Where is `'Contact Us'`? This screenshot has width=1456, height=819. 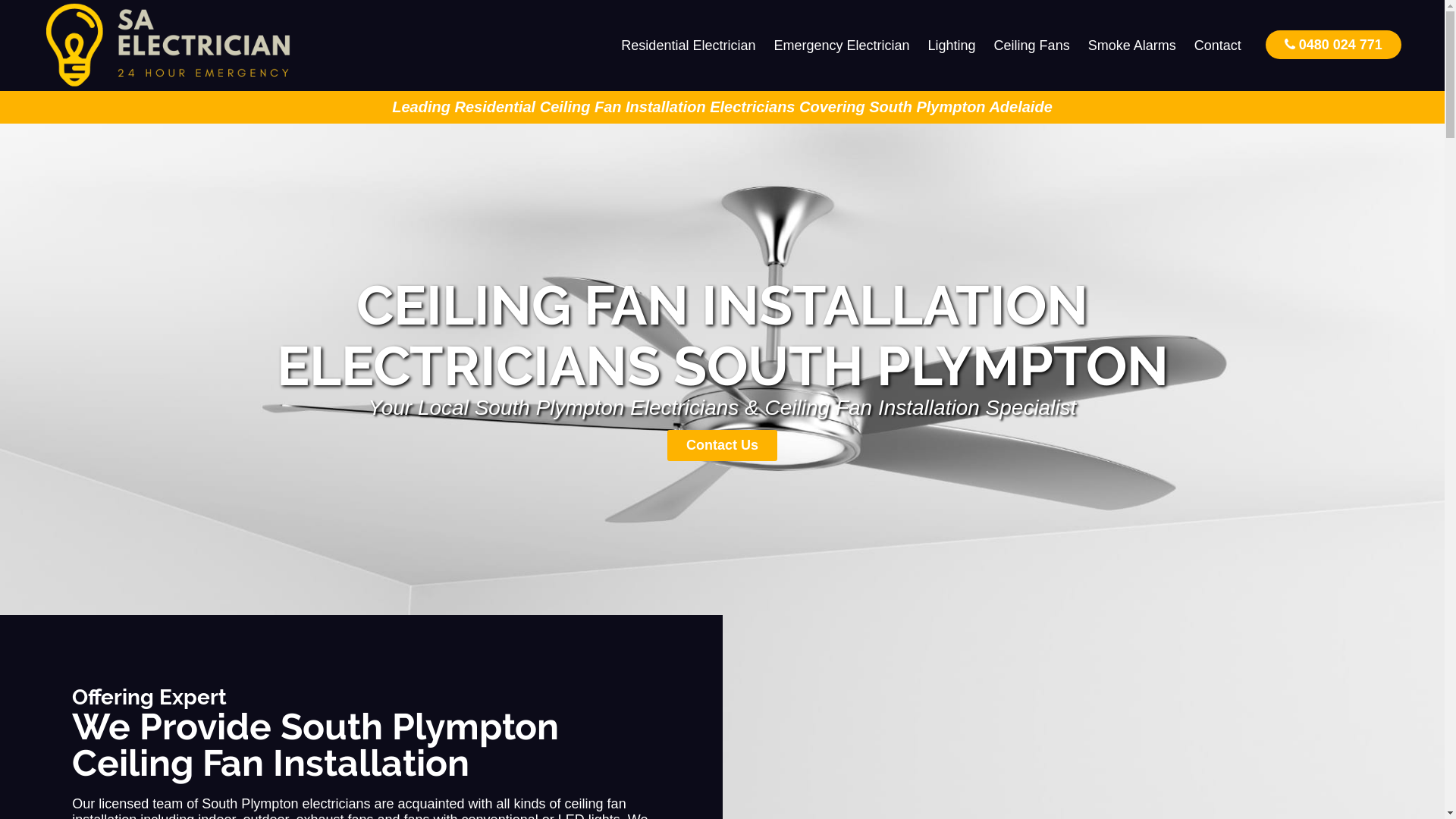 'Contact Us' is located at coordinates (721, 444).